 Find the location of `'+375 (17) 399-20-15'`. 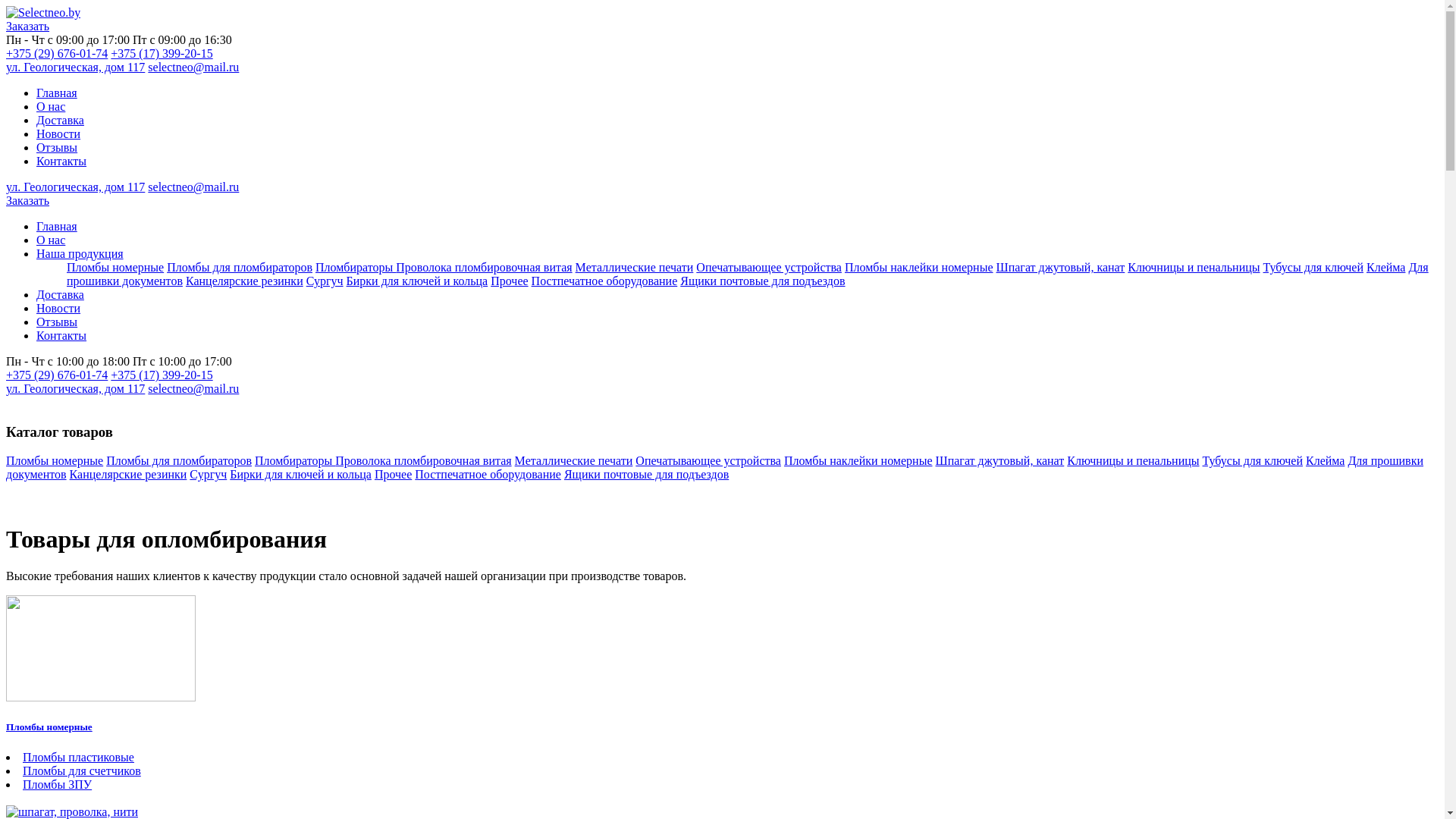

'+375 (17) 399-20-15' is located at coordinates (161, 52).